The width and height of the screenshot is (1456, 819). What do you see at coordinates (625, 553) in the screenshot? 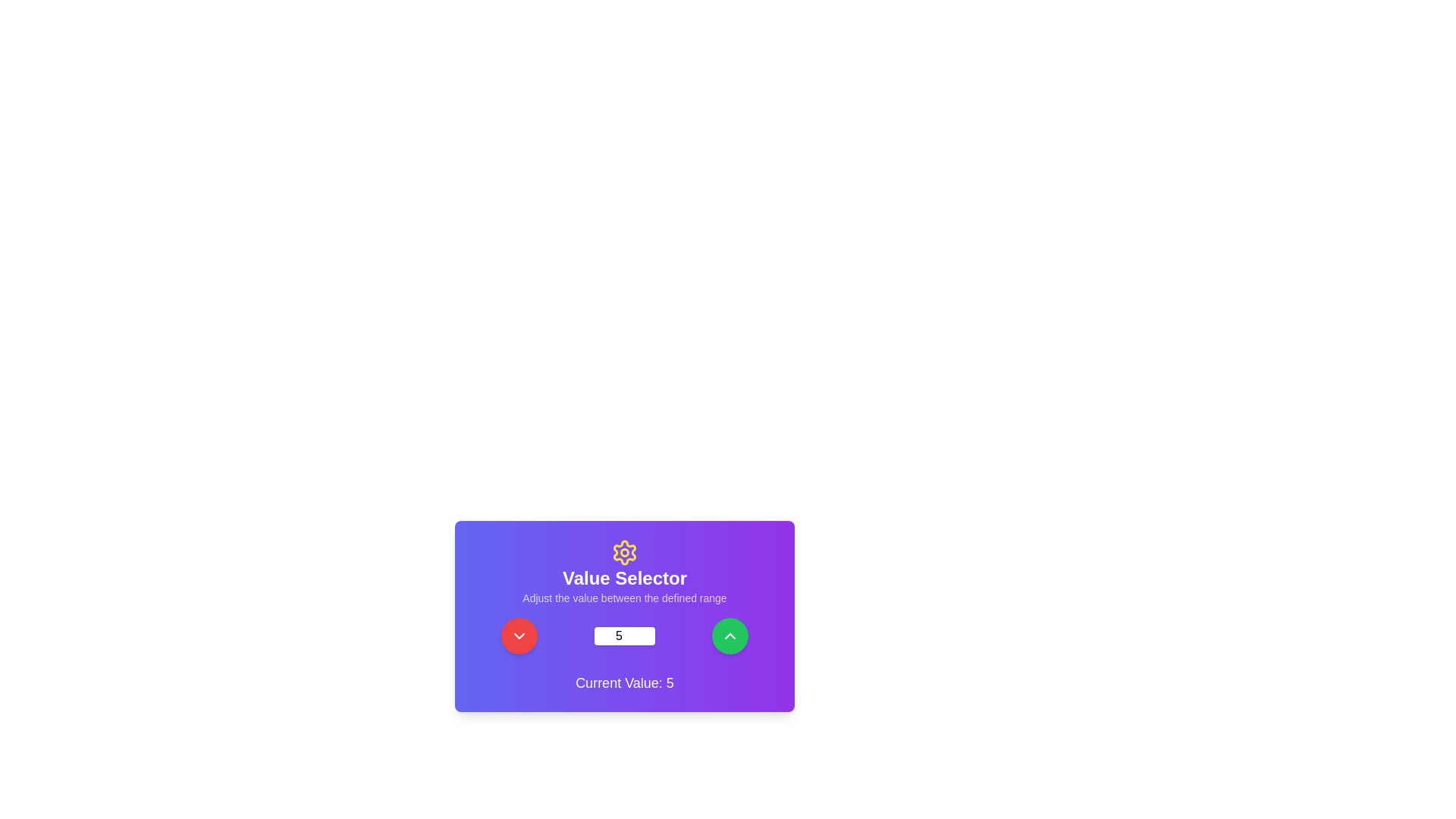
I see `the central circular graphic element of the decorative gear icon located at the top center of the card-like interface` at bounding box center [625, 553].